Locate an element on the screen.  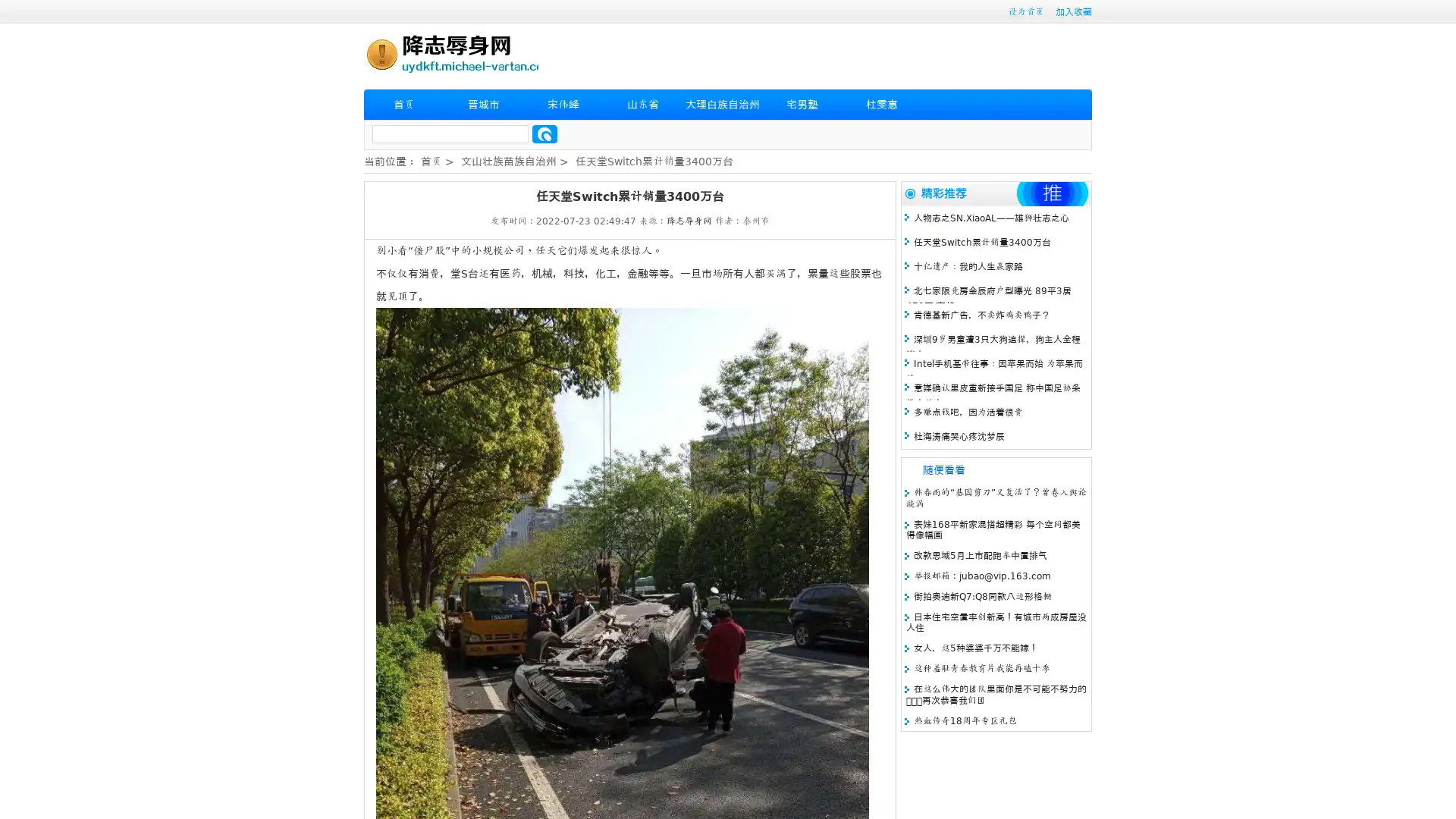
Search is located at coordinates (544, 133).